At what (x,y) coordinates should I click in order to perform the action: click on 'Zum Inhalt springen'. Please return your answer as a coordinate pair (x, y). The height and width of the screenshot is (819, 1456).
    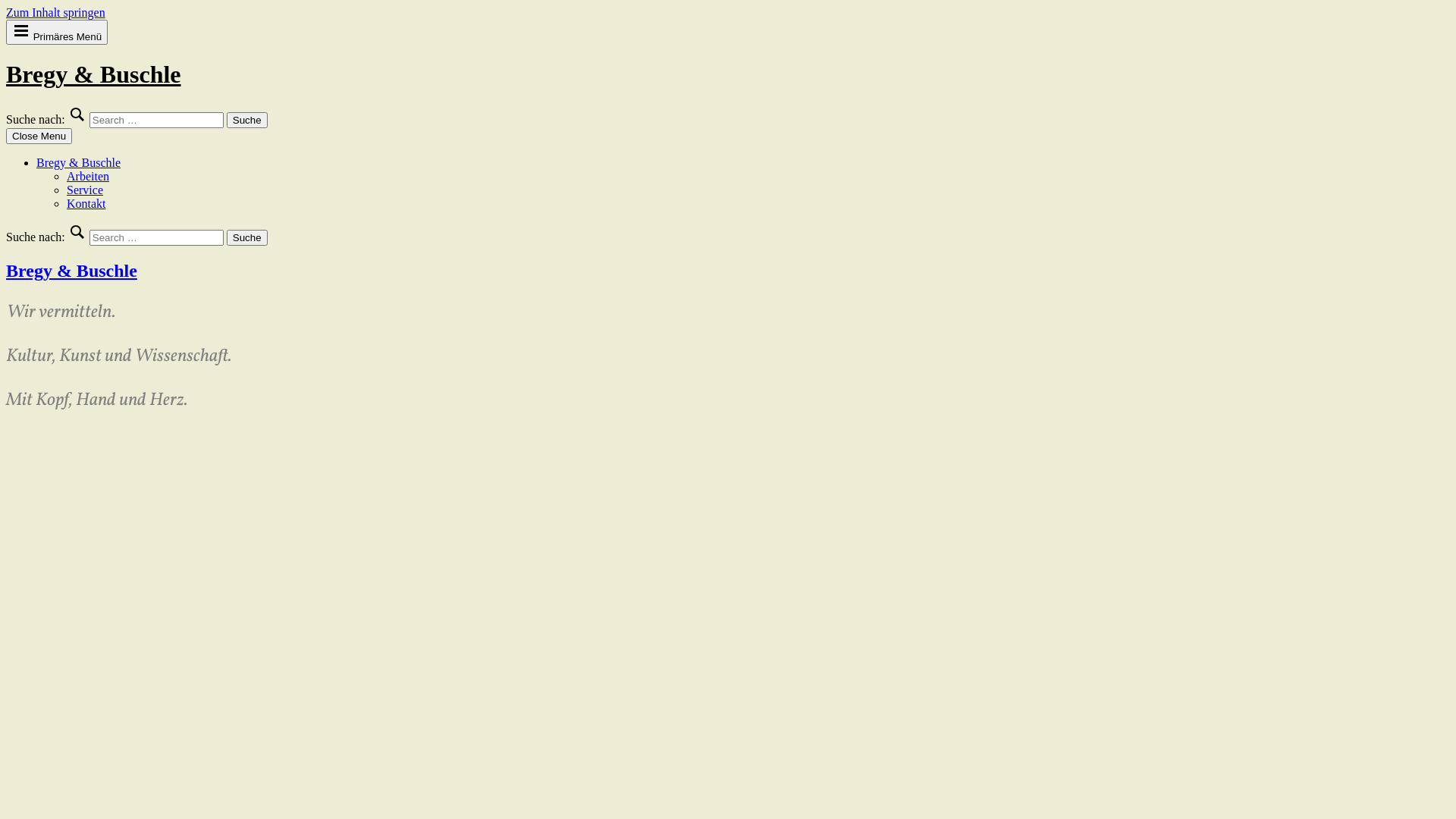
    Looking at the image, I should click on (6, 12).